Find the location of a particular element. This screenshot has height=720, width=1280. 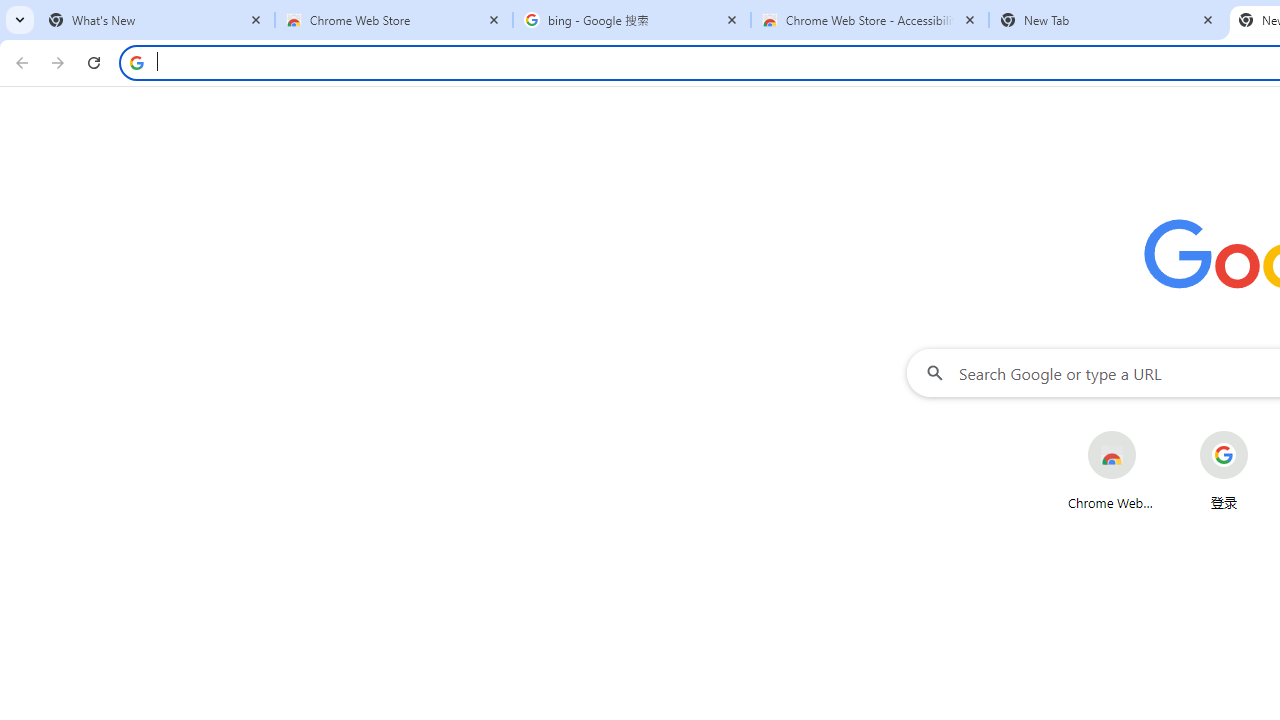

'Chrome Web Store - Accessibility' is located at coordinates (870, 20).